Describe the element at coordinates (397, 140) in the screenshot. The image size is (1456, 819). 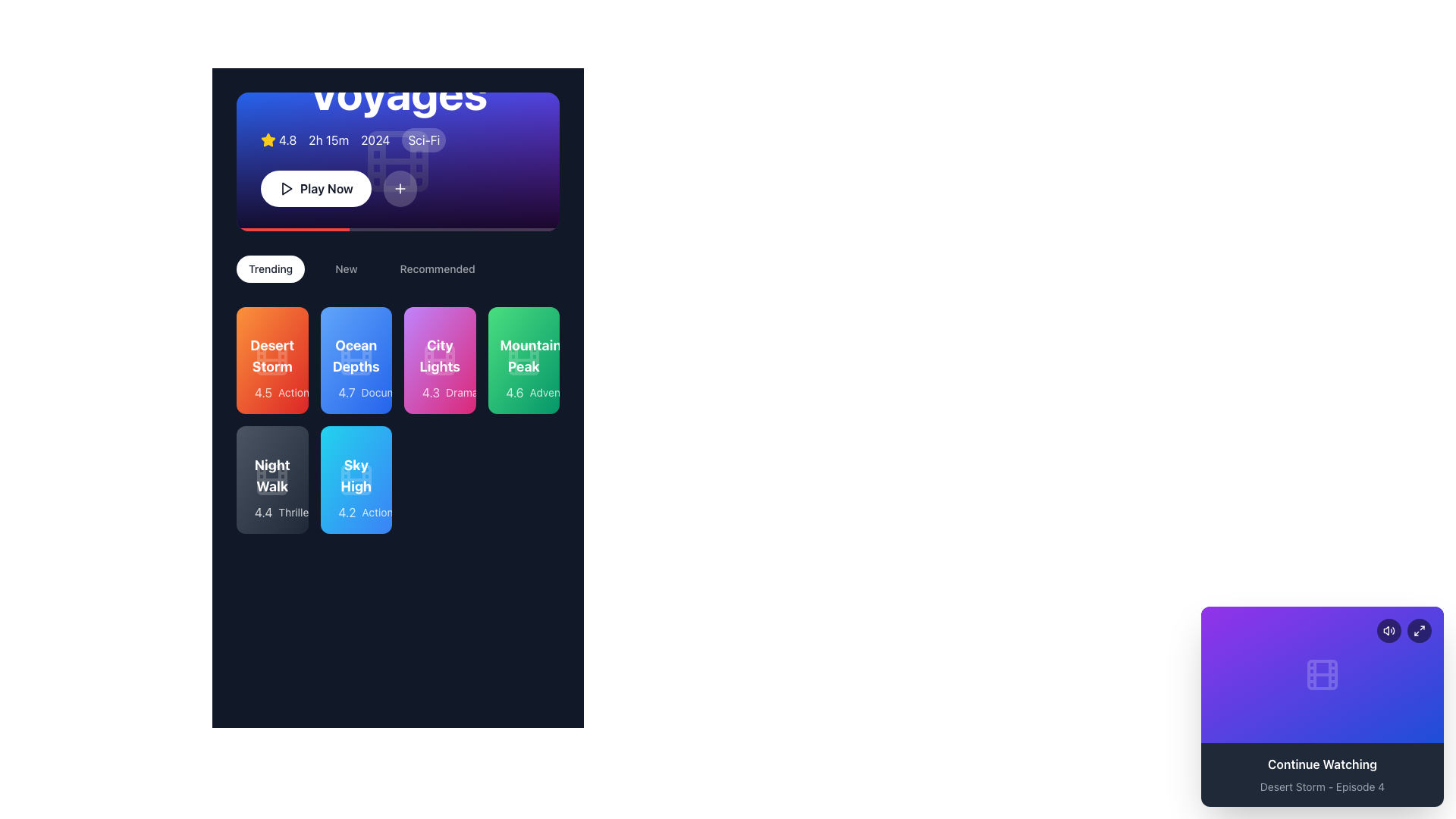
I see `the informational display component for the featured movie "Cosmic Voyages", located beneath the headline text and above the "Play Now" button` at that location.